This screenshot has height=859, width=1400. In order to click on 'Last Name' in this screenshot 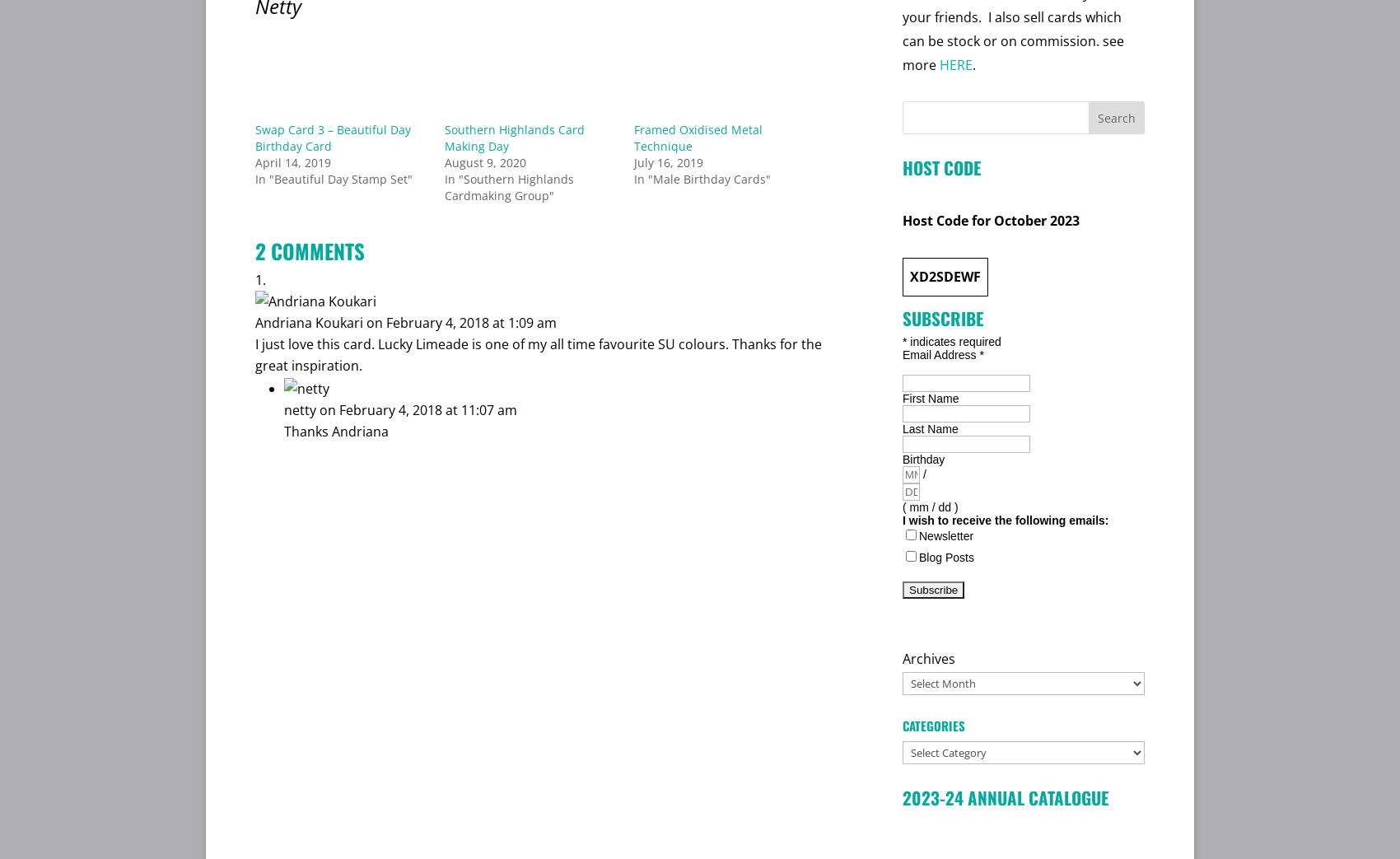, I will do `click(930, 427)`.